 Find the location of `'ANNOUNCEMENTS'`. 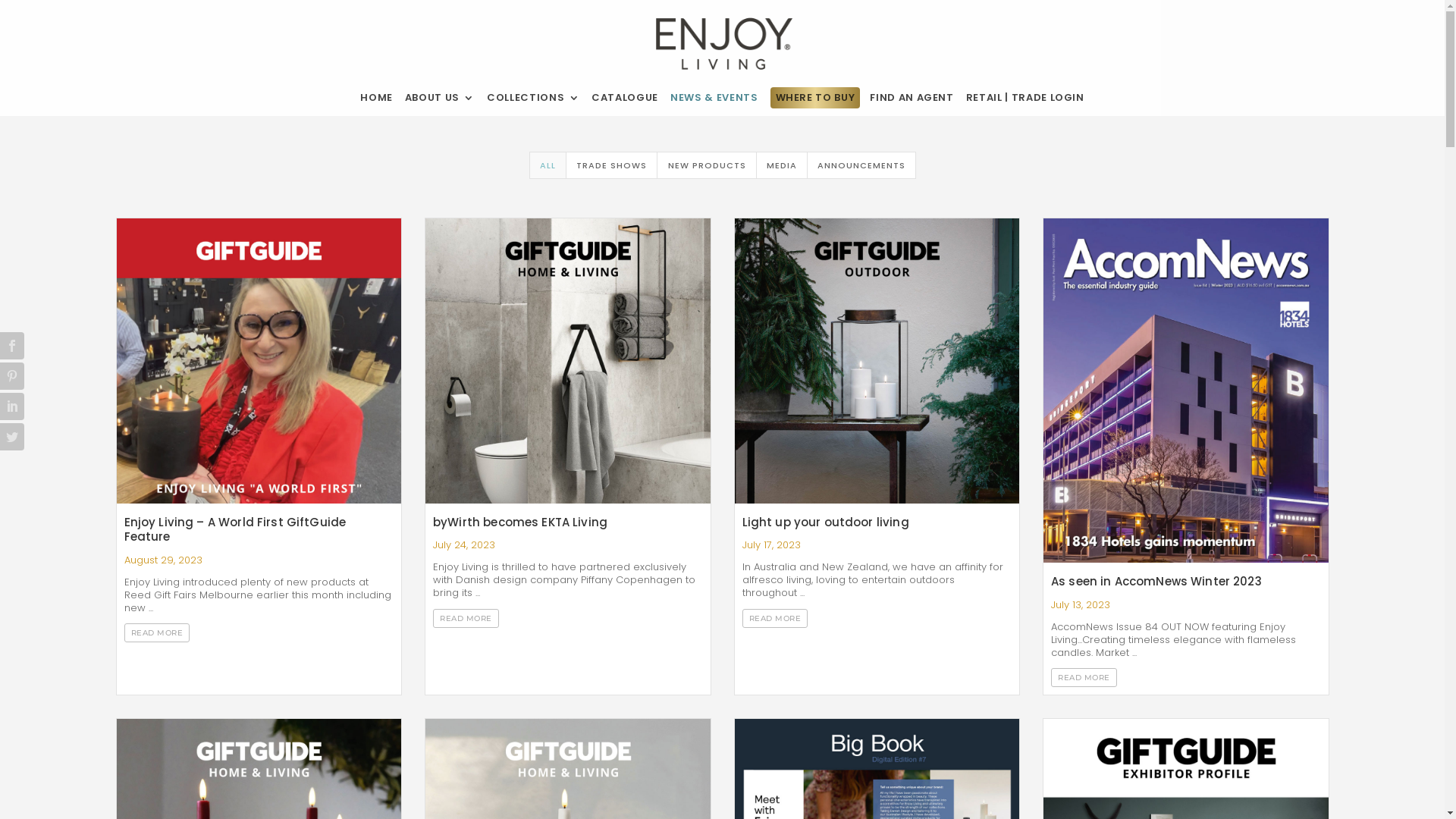

'ANNOUNCEMENTS' is located at coordinates (861, 165).